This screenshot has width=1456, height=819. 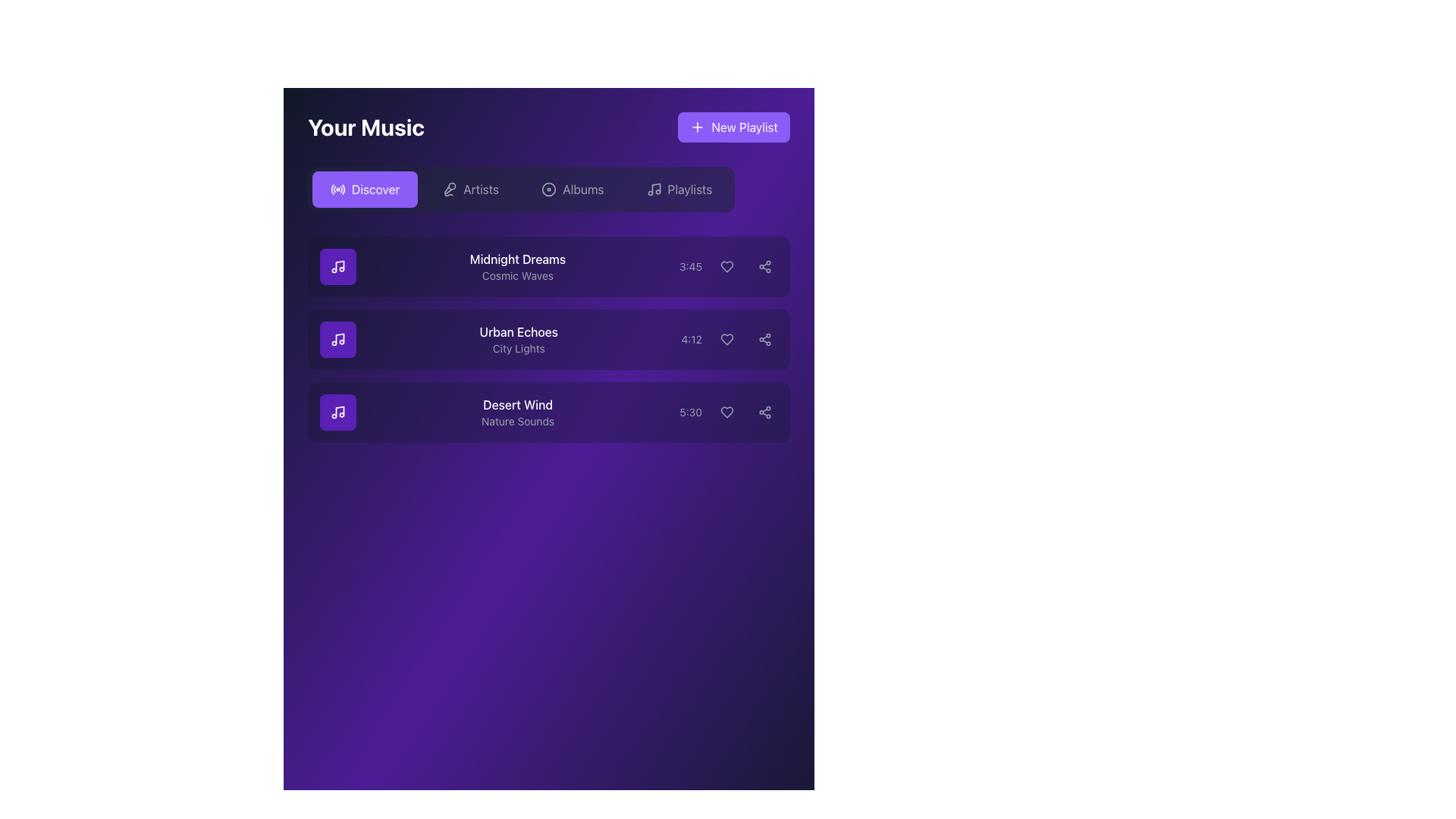 I want to click on the circular share button, represented by three dots connected by lines, located to the right of the song title 'Desert Wind', so click(x=764, y=412).